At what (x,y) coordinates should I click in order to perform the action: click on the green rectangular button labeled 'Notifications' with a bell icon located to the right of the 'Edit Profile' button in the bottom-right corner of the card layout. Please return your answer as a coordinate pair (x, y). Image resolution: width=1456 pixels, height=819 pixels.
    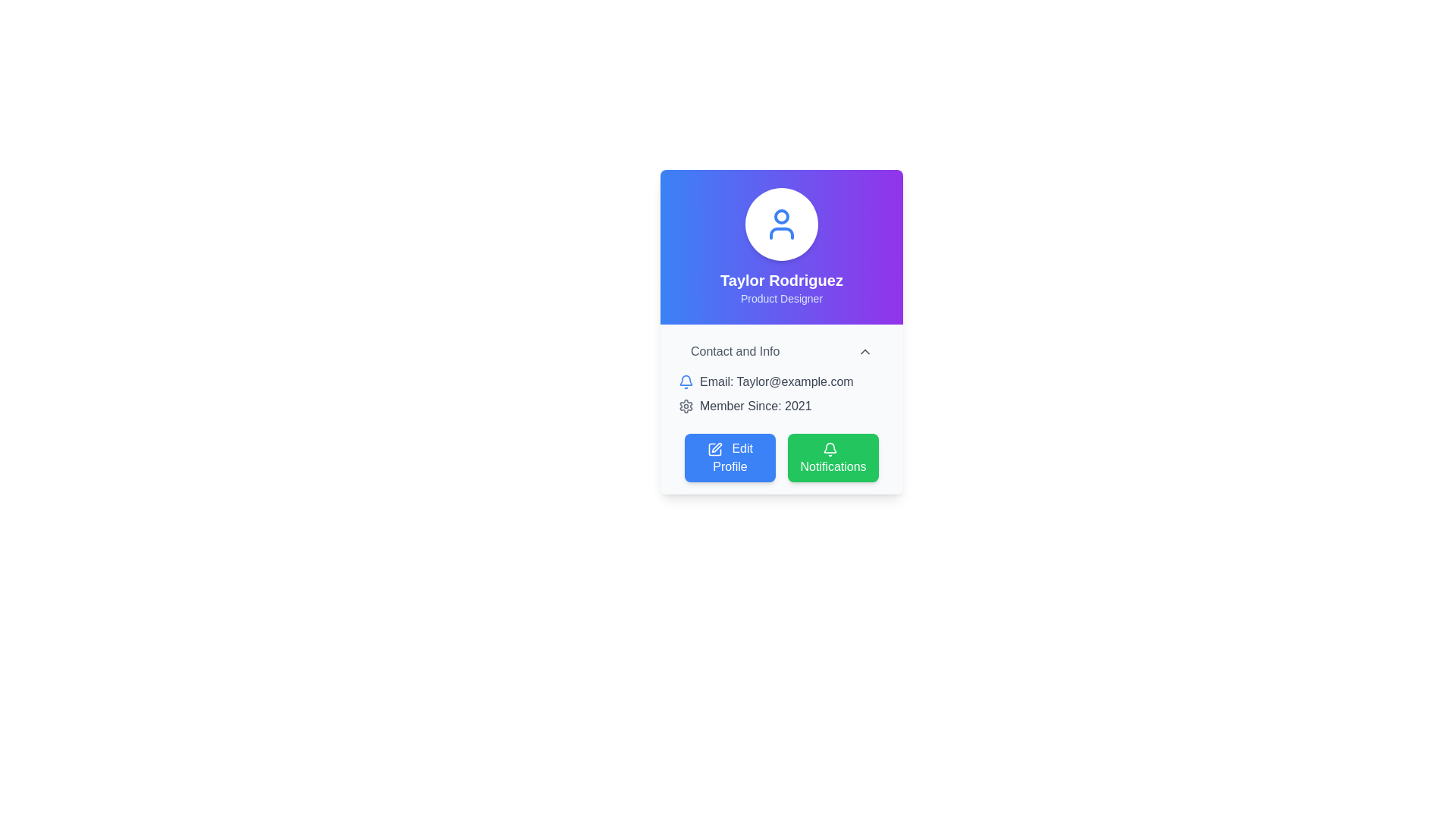
    Looking at the image, I should click on (833, 457).